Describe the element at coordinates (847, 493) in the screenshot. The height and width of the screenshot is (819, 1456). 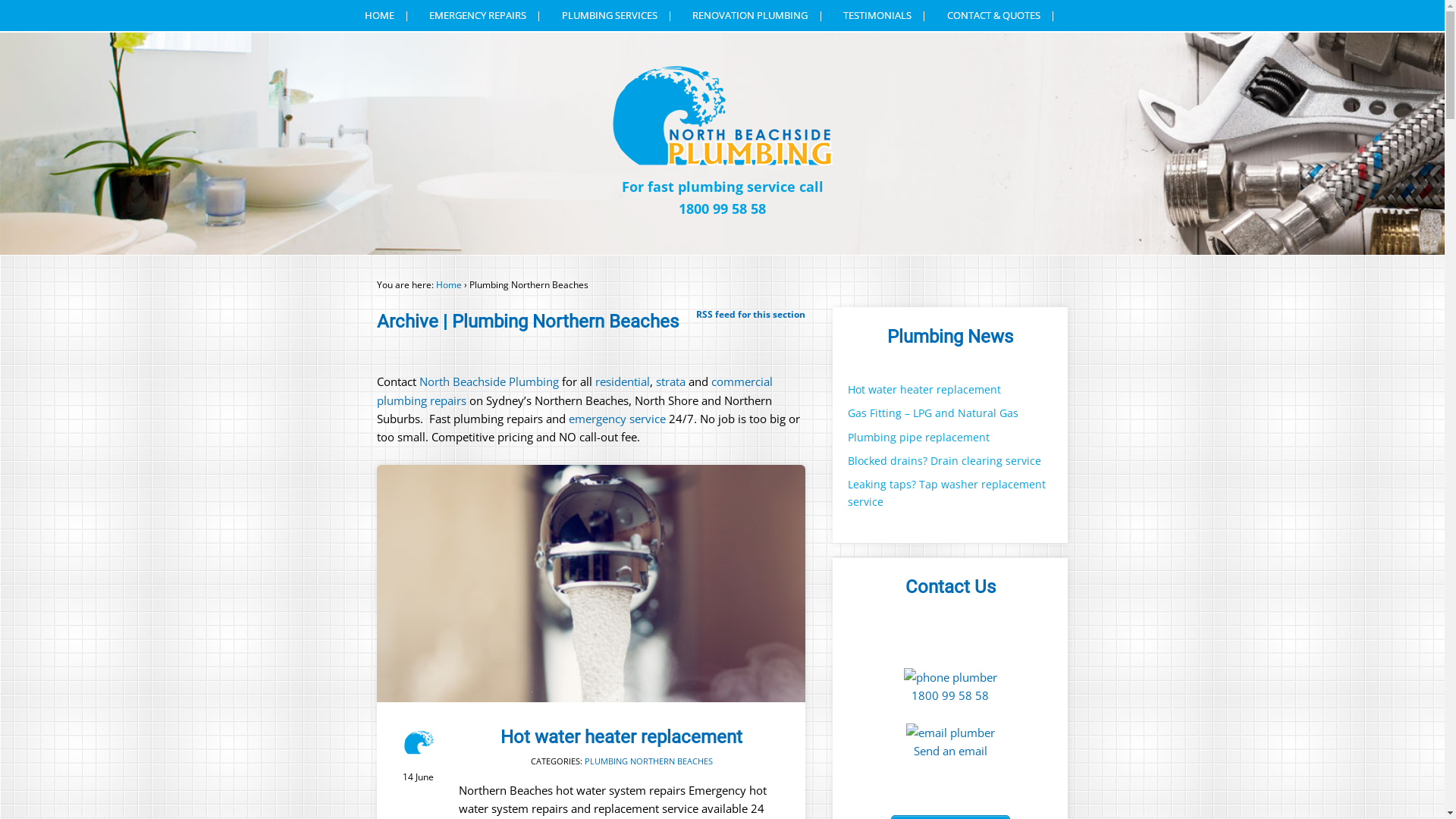
I see `'Leaking taps? Tap washer replacement service'` at that location.